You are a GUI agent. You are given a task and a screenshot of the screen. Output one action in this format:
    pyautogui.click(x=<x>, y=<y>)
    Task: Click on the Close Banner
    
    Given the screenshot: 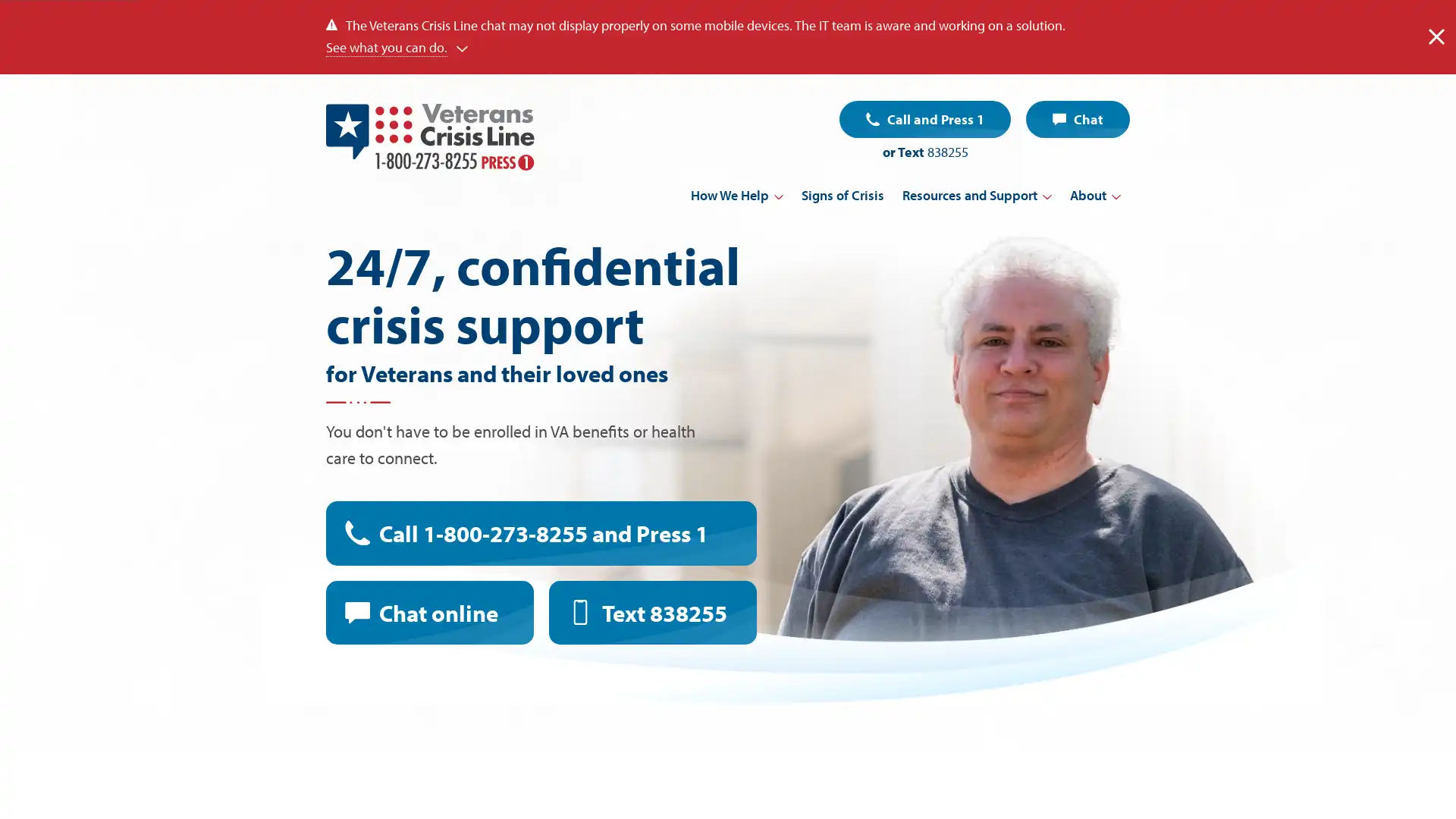 What is the action you would take?
    pyautogui.click(x=1436, y=36)
    